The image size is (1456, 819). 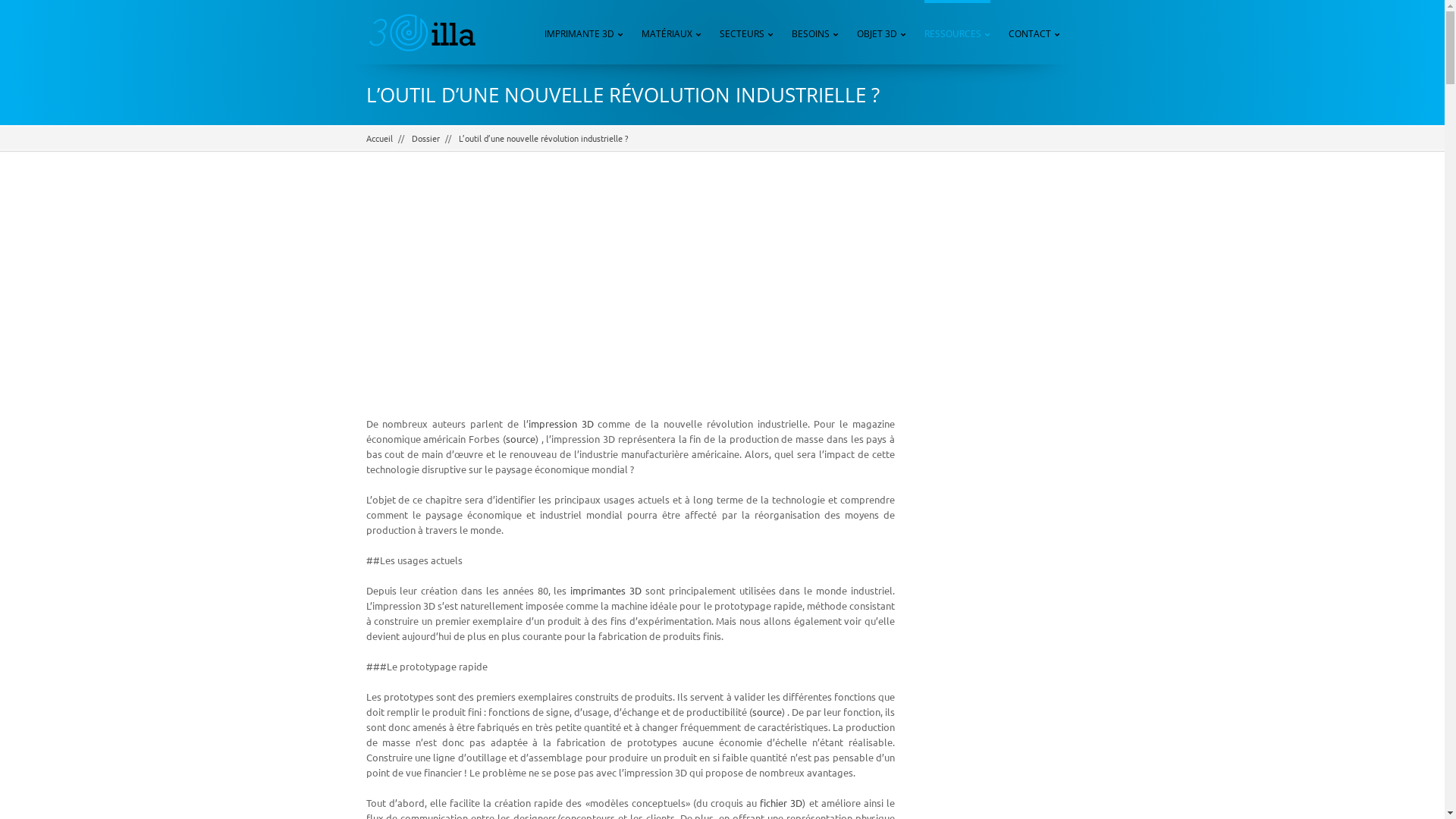 I want to click on 'IMPRIMANTE 3D', so click(x=582, y=32).